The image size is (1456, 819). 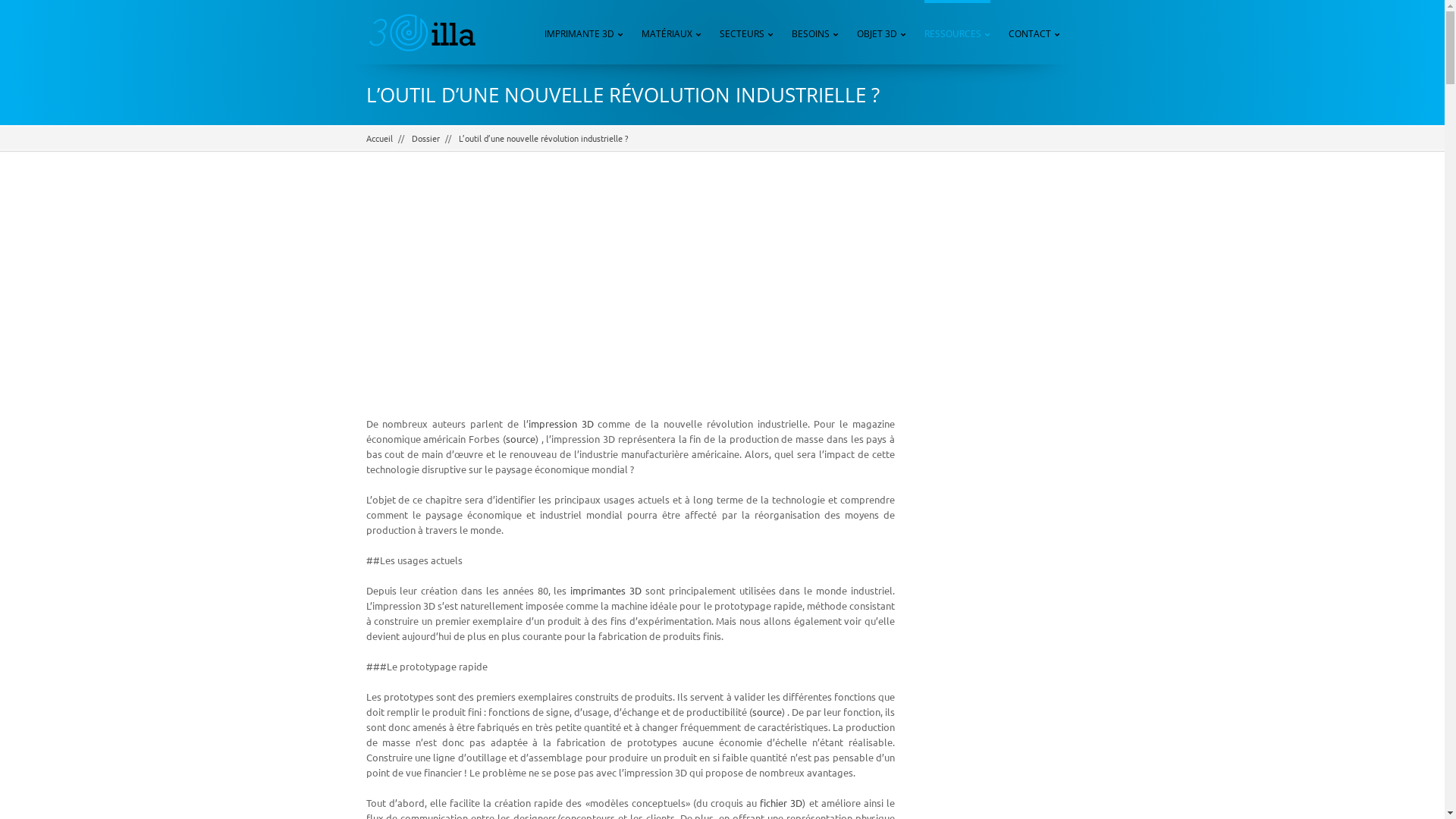 I want to click on 'IMPRIMANTE 3D', so click(x=582, y=32).